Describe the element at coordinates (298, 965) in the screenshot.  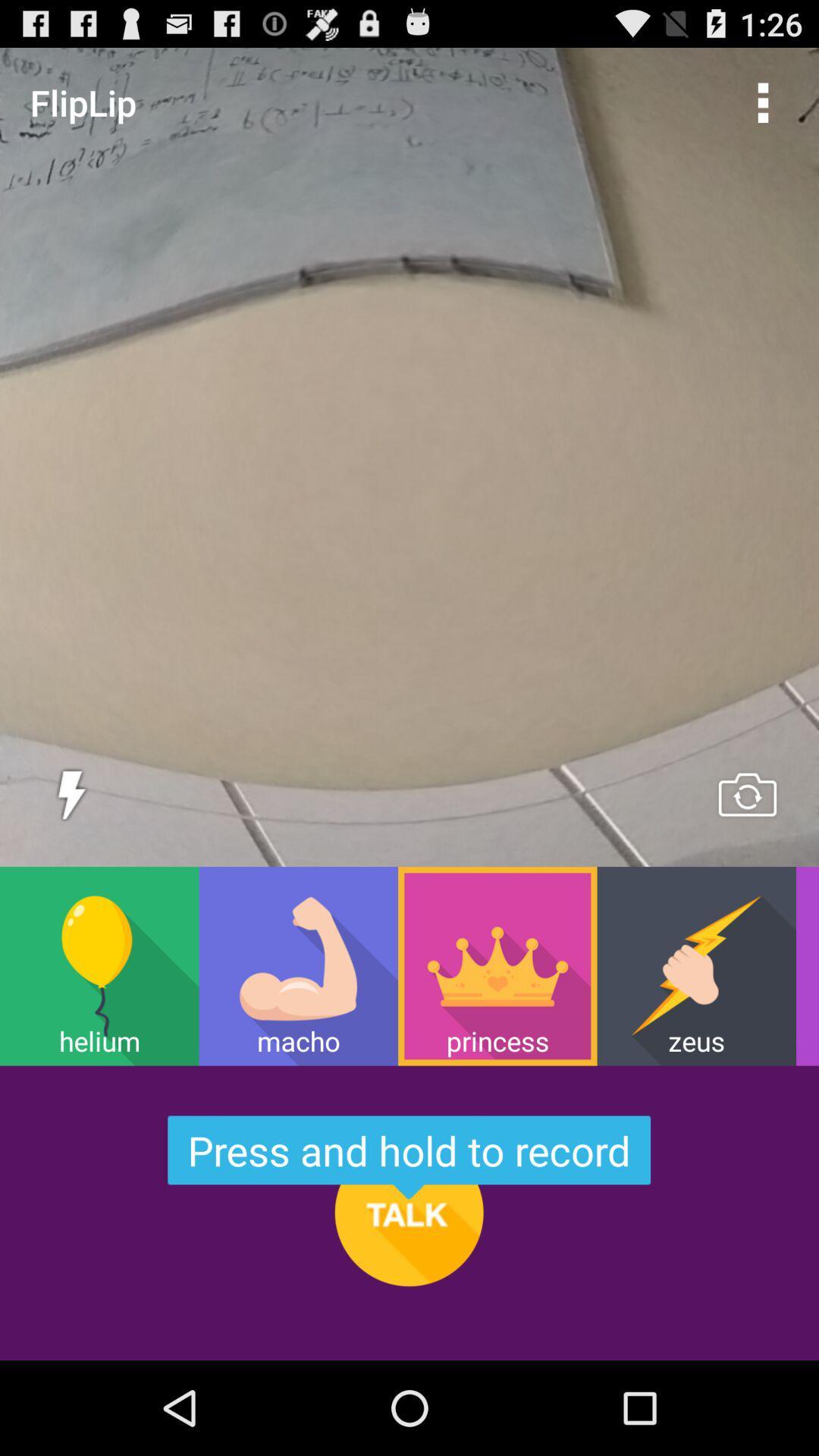
I see `icon to the left of princess icon` at that location.